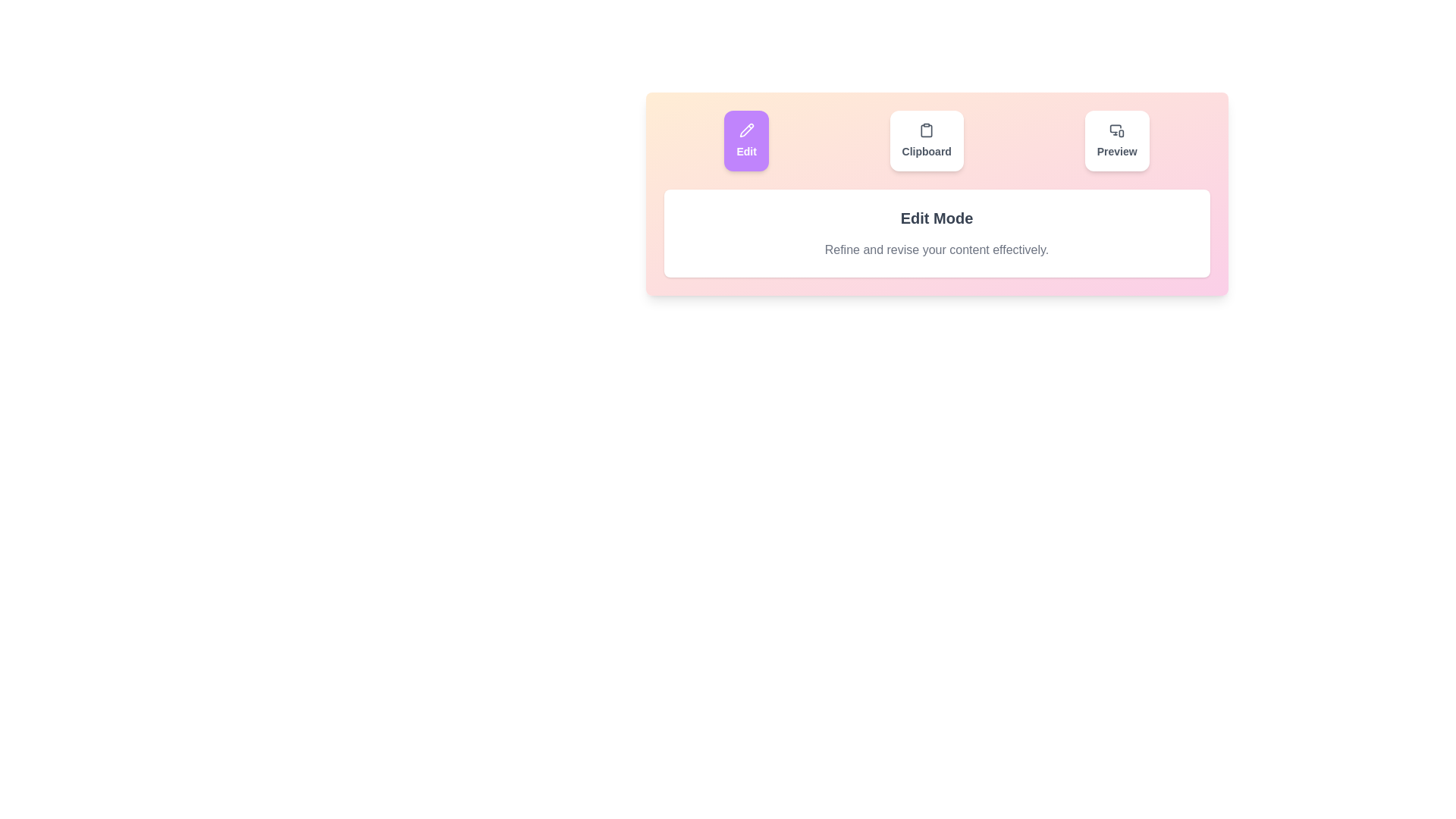  What do you see at coordinates (926, 140) in the screenshot?
I see `the tab button labeled Clipboard` at bounding box center [926, 140].